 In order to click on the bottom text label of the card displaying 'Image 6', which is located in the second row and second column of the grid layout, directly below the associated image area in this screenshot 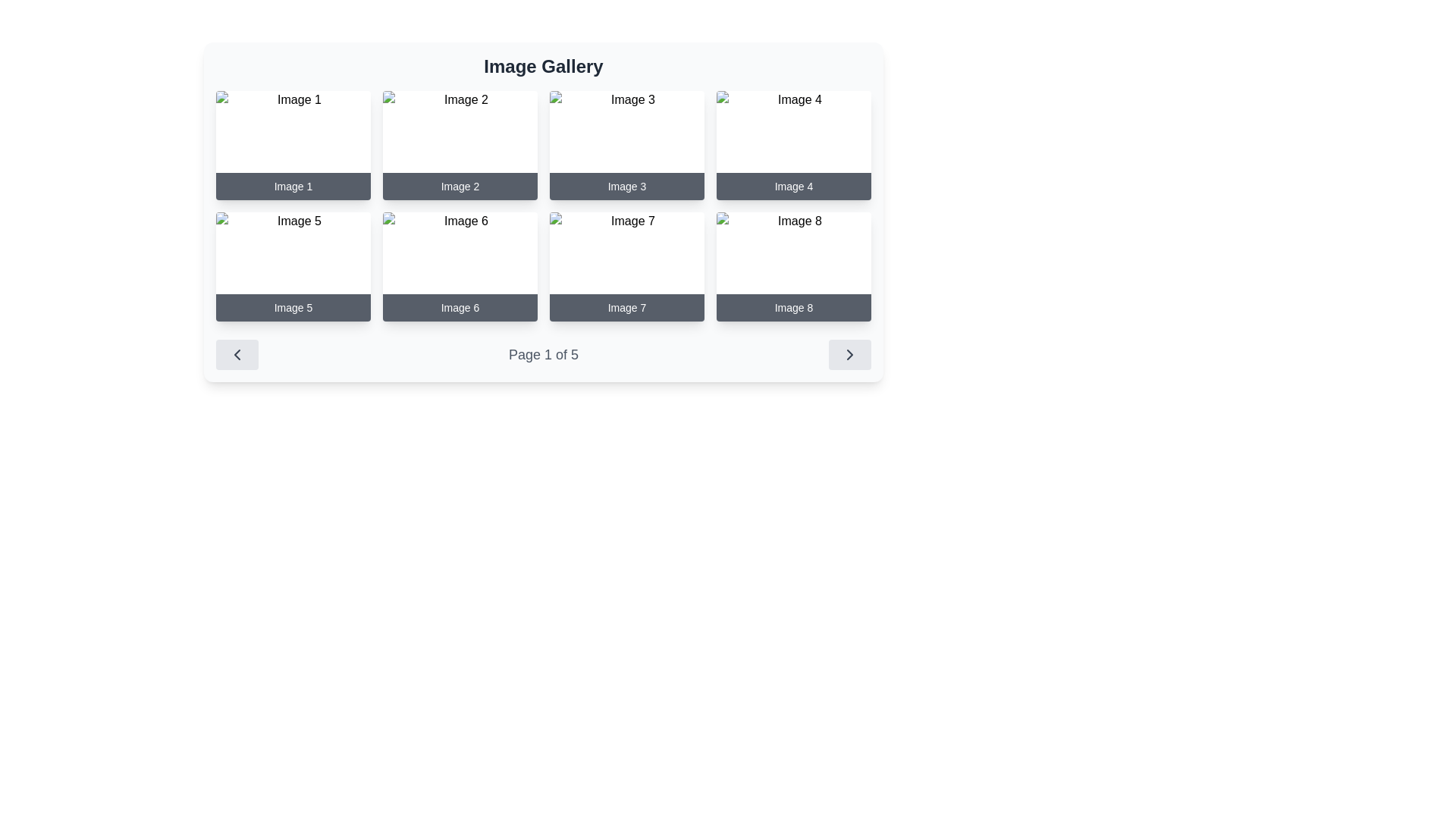, I will do `click(459, 307)`.